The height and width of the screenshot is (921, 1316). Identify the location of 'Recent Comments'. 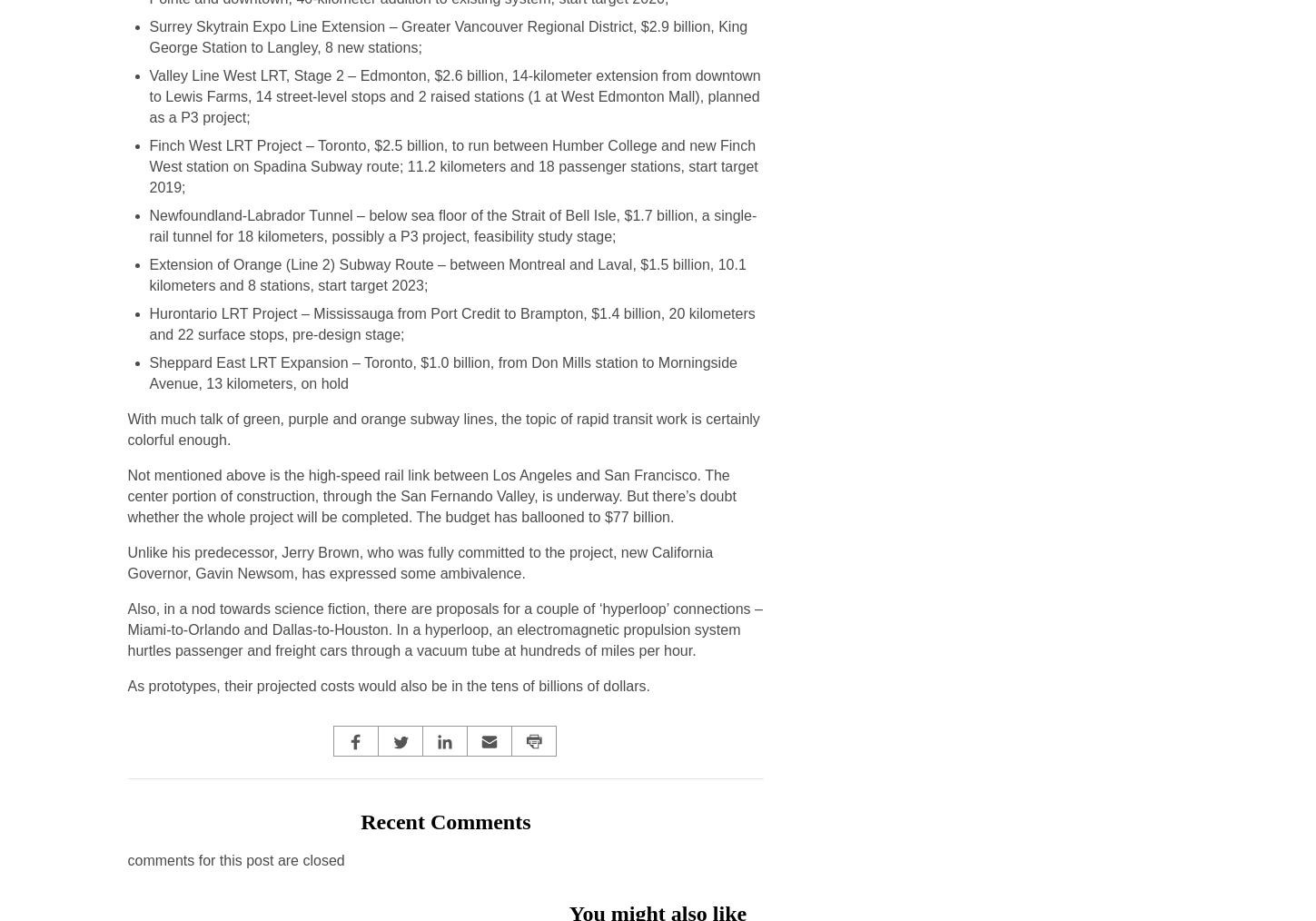
(445, 820).